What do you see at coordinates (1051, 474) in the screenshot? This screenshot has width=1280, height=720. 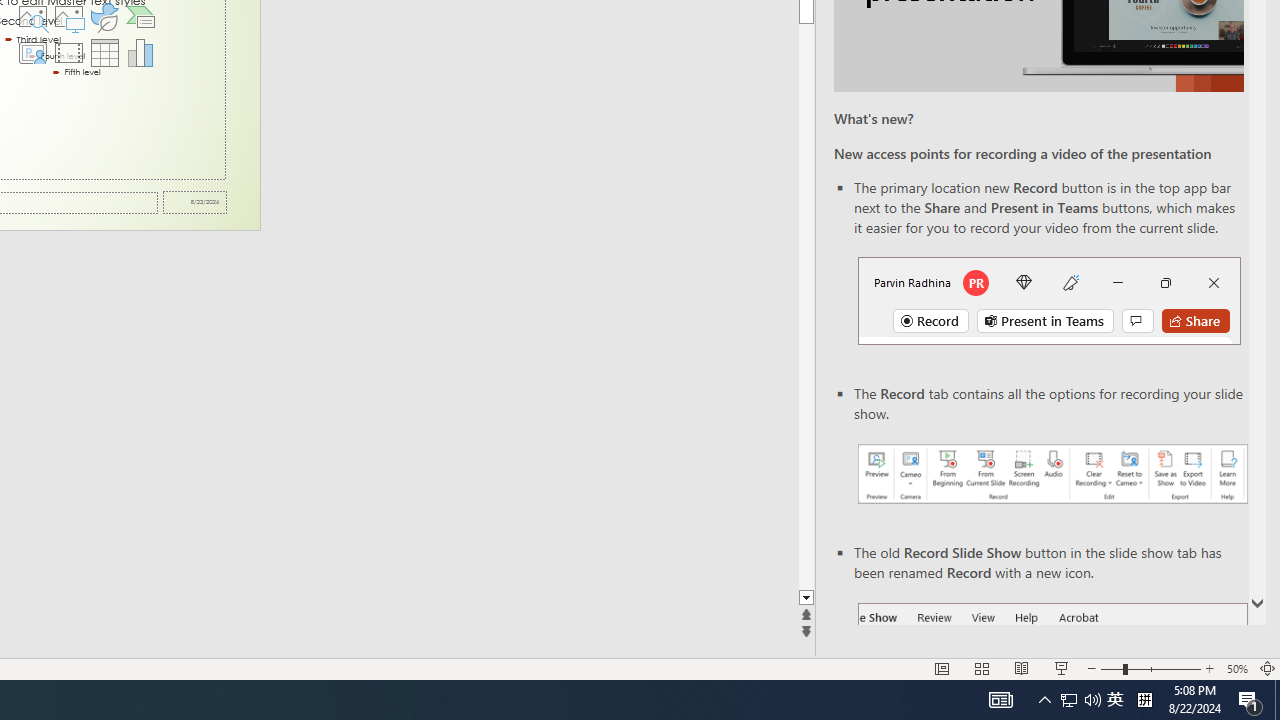 I see `'Record your presentations screenshot one'` at bounding box center [1051, 474].